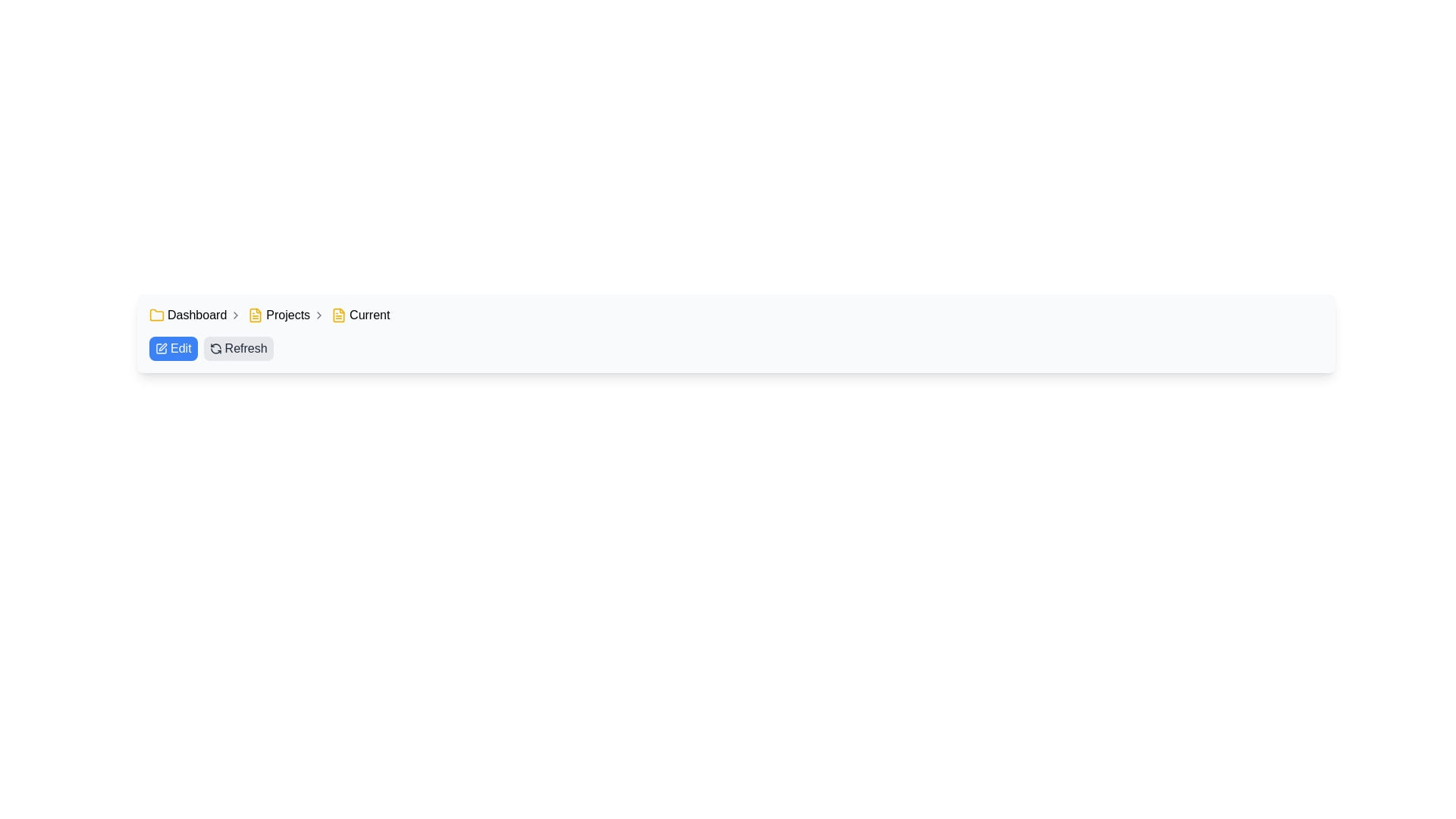 Image resolution: width=1456 pixels, height=819 pixels. I want to click on the small square-shaped icon with a pen and square illustration located within the 'Edit' button, which is part of a group of buttons at the bottom-left of the interface, so click(161, 348).